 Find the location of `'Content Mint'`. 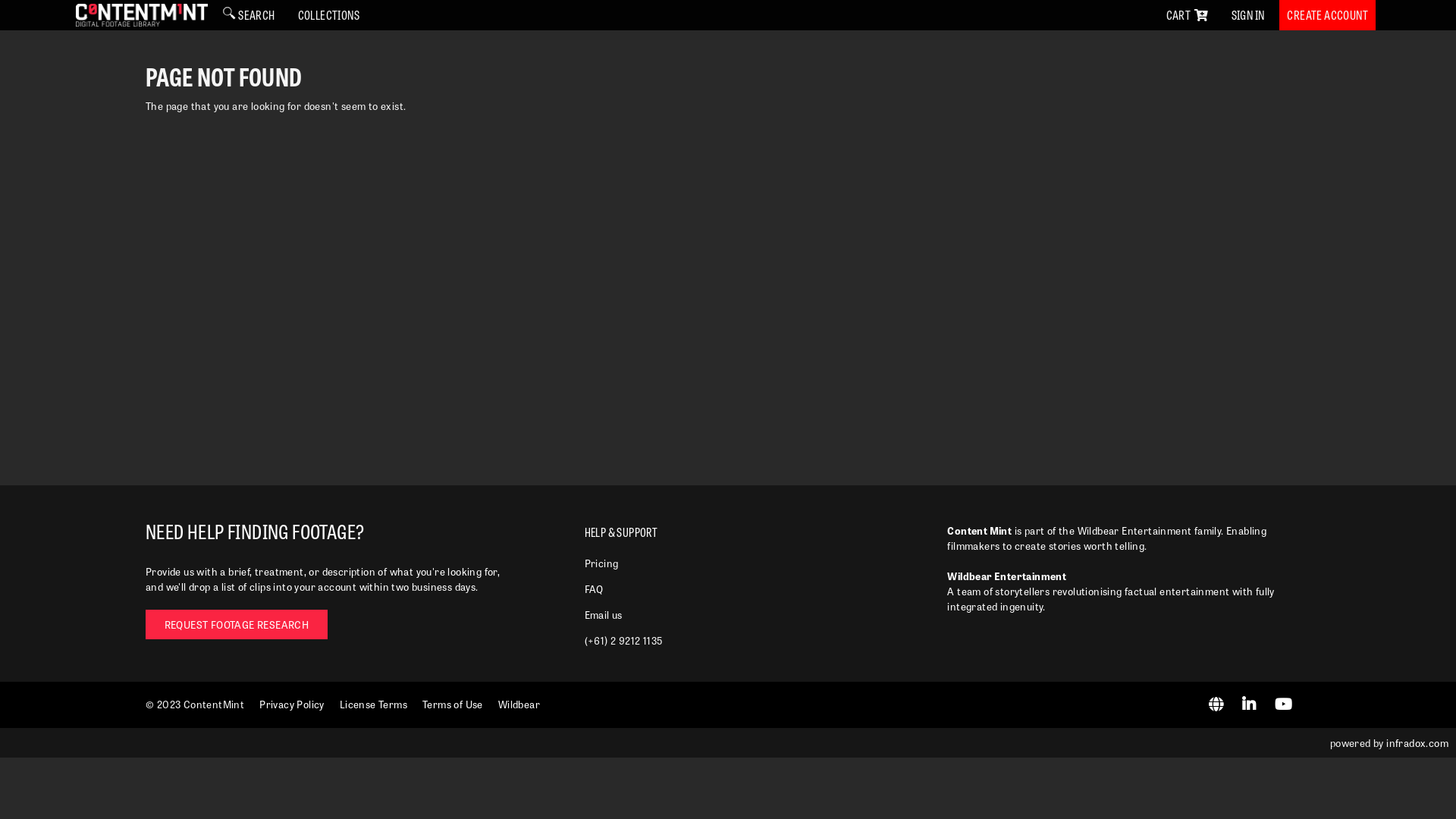

'Content Mint' is located at coordinates (142, 14).